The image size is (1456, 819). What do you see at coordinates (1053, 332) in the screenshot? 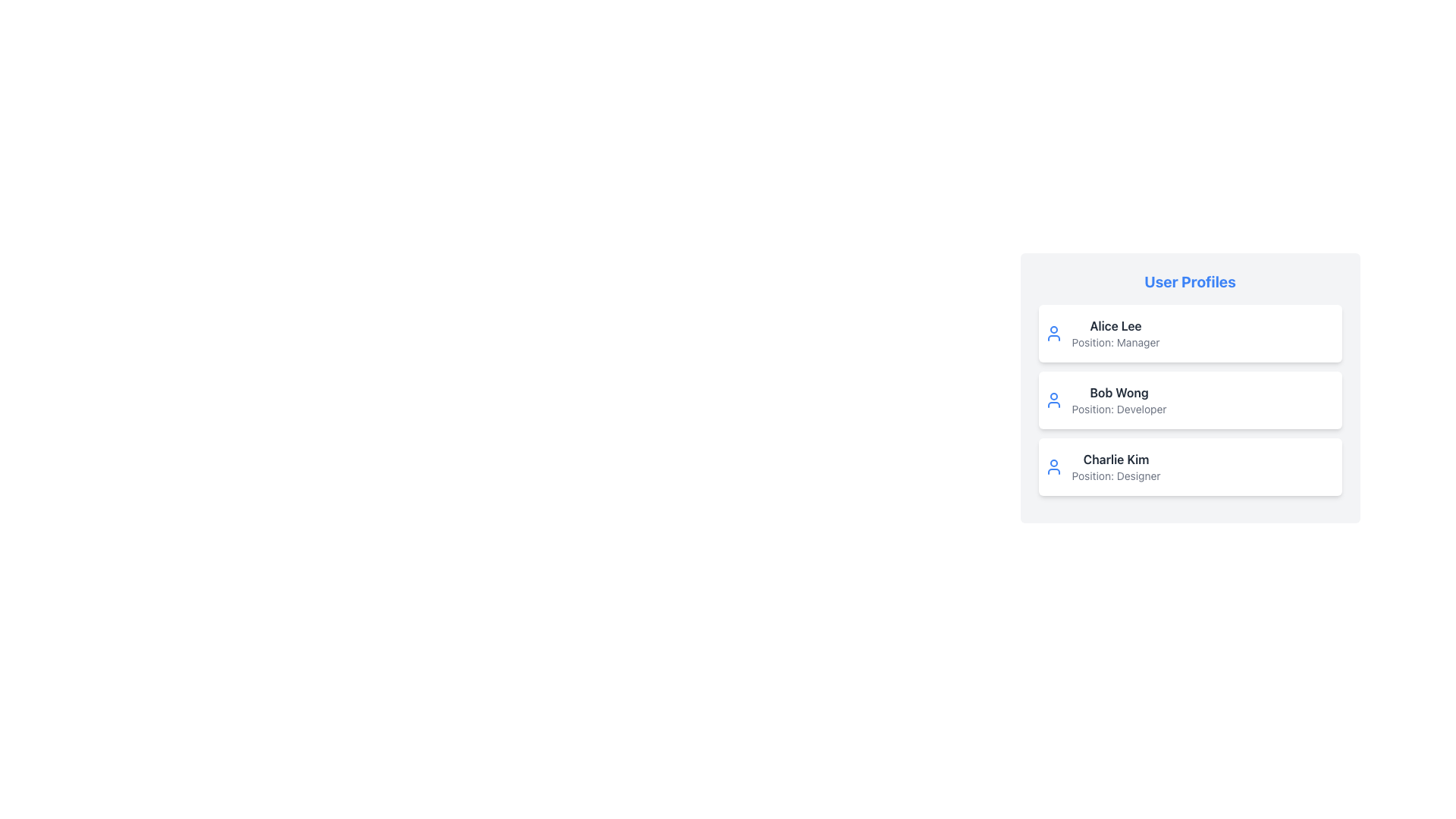
I see `the user profile icon located in the top left corner of the first card representing 'Alice Lee - Position: Manager' to initiate related actions` at bounding box center [1053, 332].